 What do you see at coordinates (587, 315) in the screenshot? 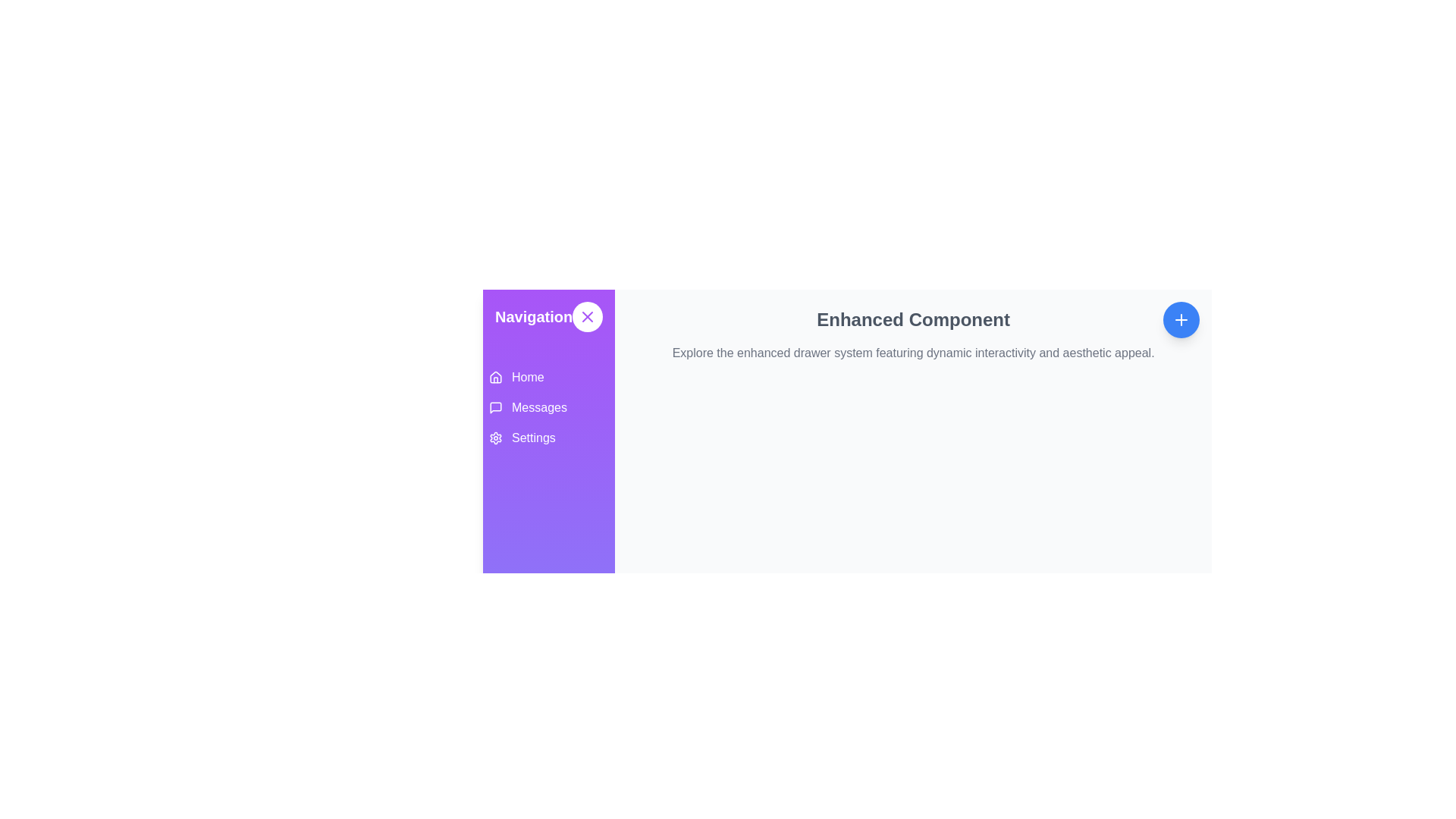
I see `the circular button with a white background and purple border, containing a purple 'X' icon` at bounding box center [587, 315].